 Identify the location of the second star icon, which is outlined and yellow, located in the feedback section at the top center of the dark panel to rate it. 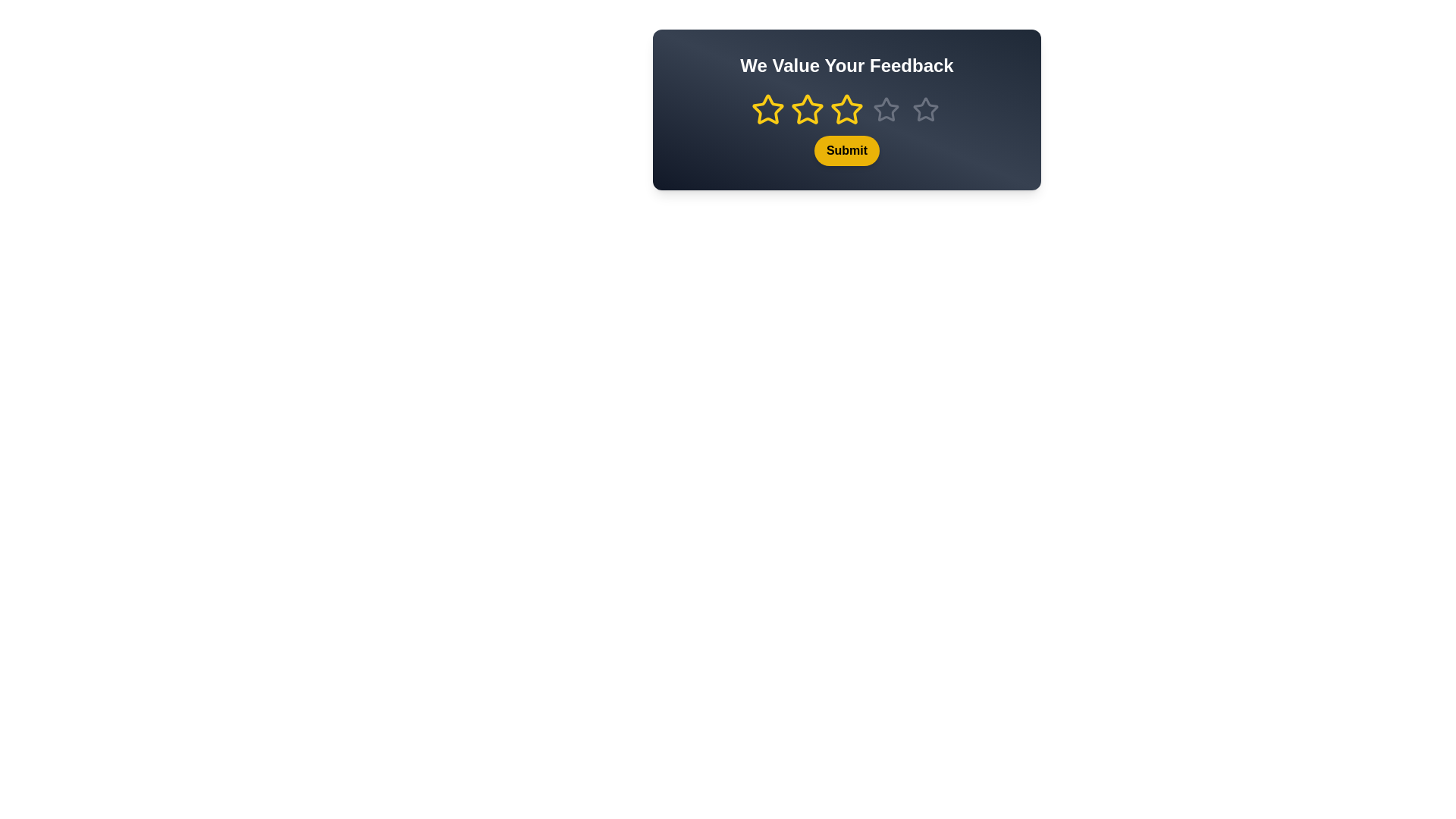
(807, 109).